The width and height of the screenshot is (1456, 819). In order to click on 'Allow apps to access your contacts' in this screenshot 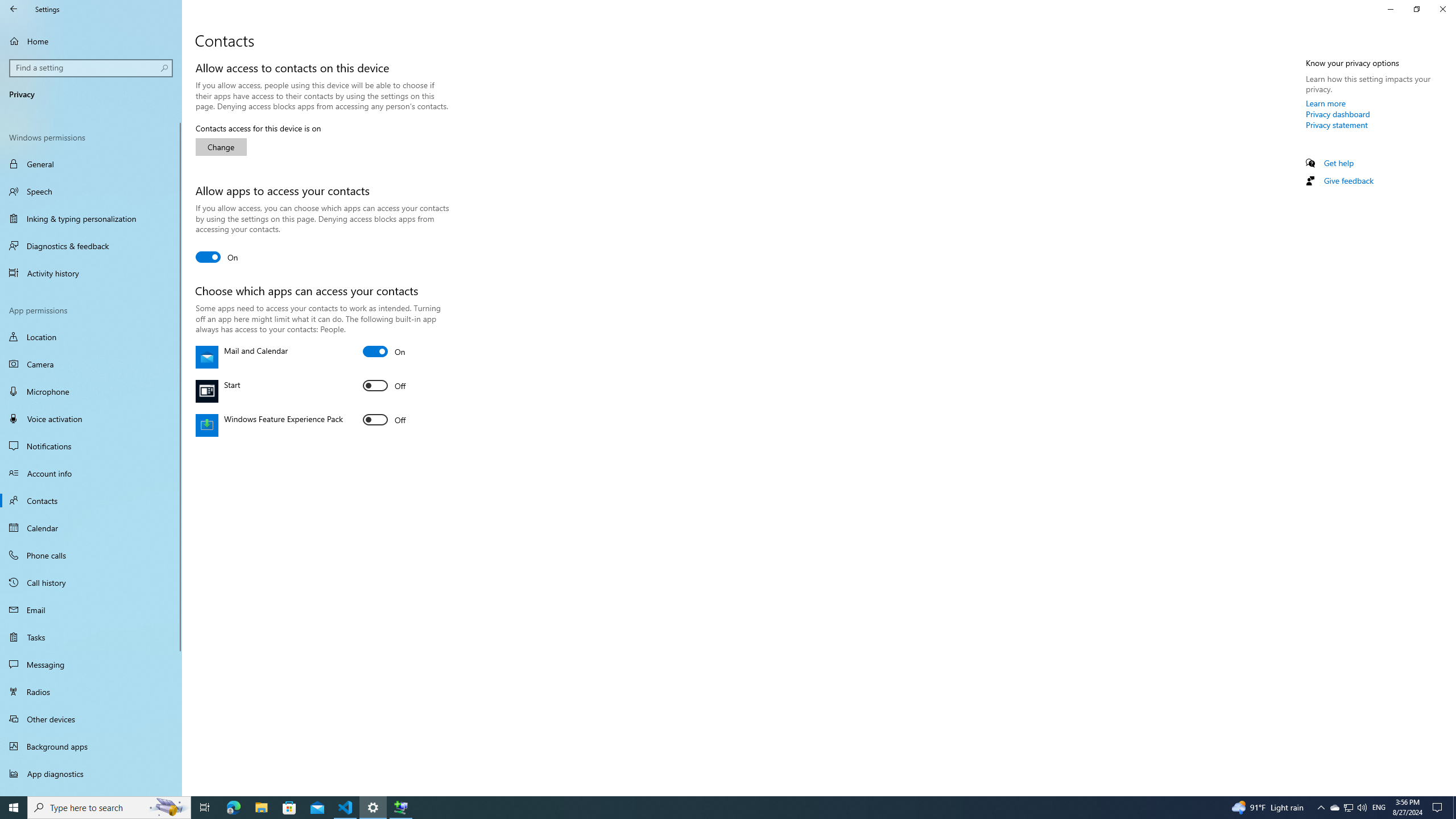, I will do `click(216, 257)`.